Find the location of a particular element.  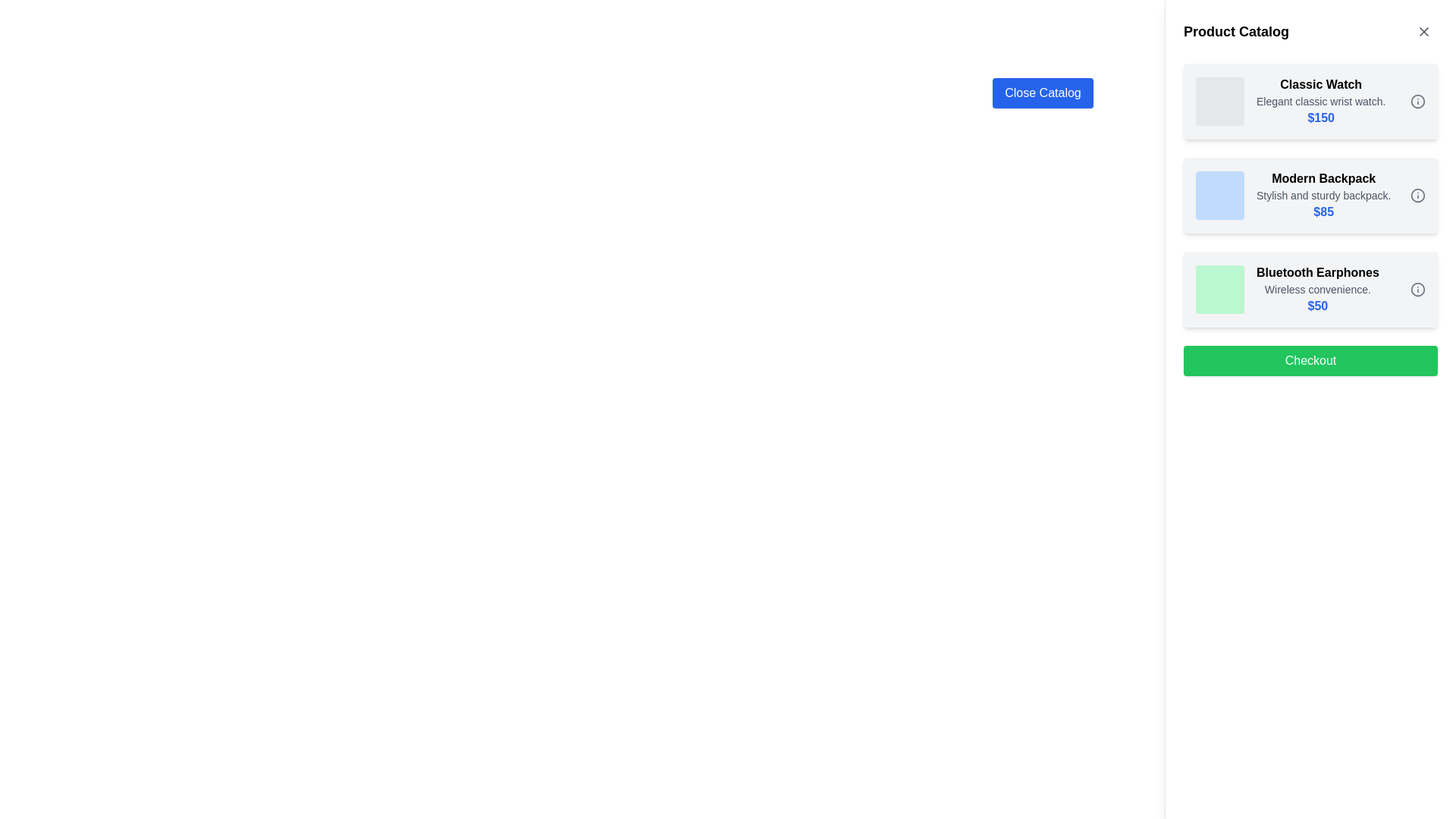

text displayed in bold blue font showing the price '$150' located beneath the product description 'Elegant classic wrist watch.' and below the product title 'Classic Watch' is located at coordinates (1320, 117).